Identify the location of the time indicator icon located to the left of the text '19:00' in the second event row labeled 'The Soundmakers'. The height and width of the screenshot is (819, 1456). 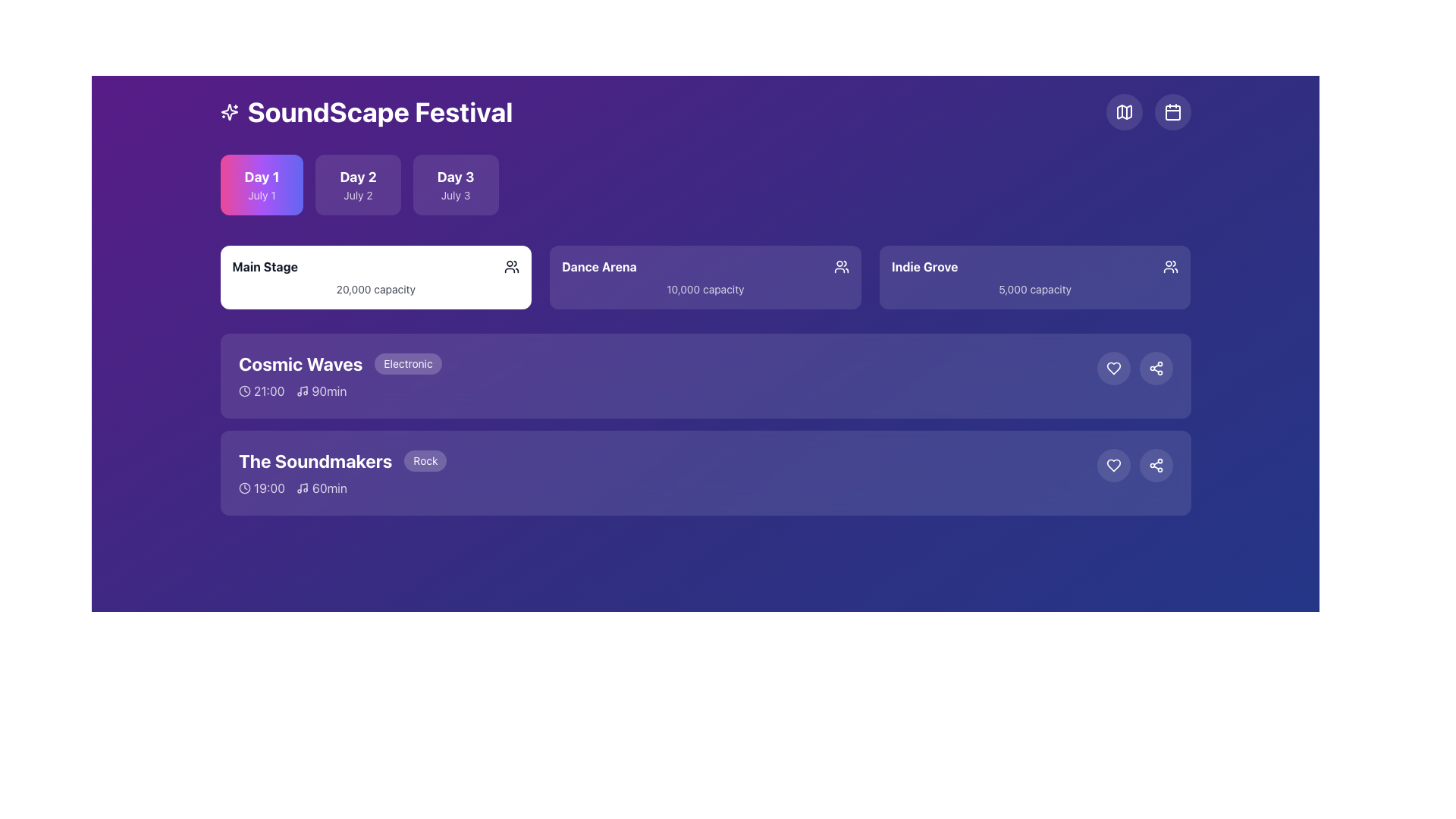
(244, 488).